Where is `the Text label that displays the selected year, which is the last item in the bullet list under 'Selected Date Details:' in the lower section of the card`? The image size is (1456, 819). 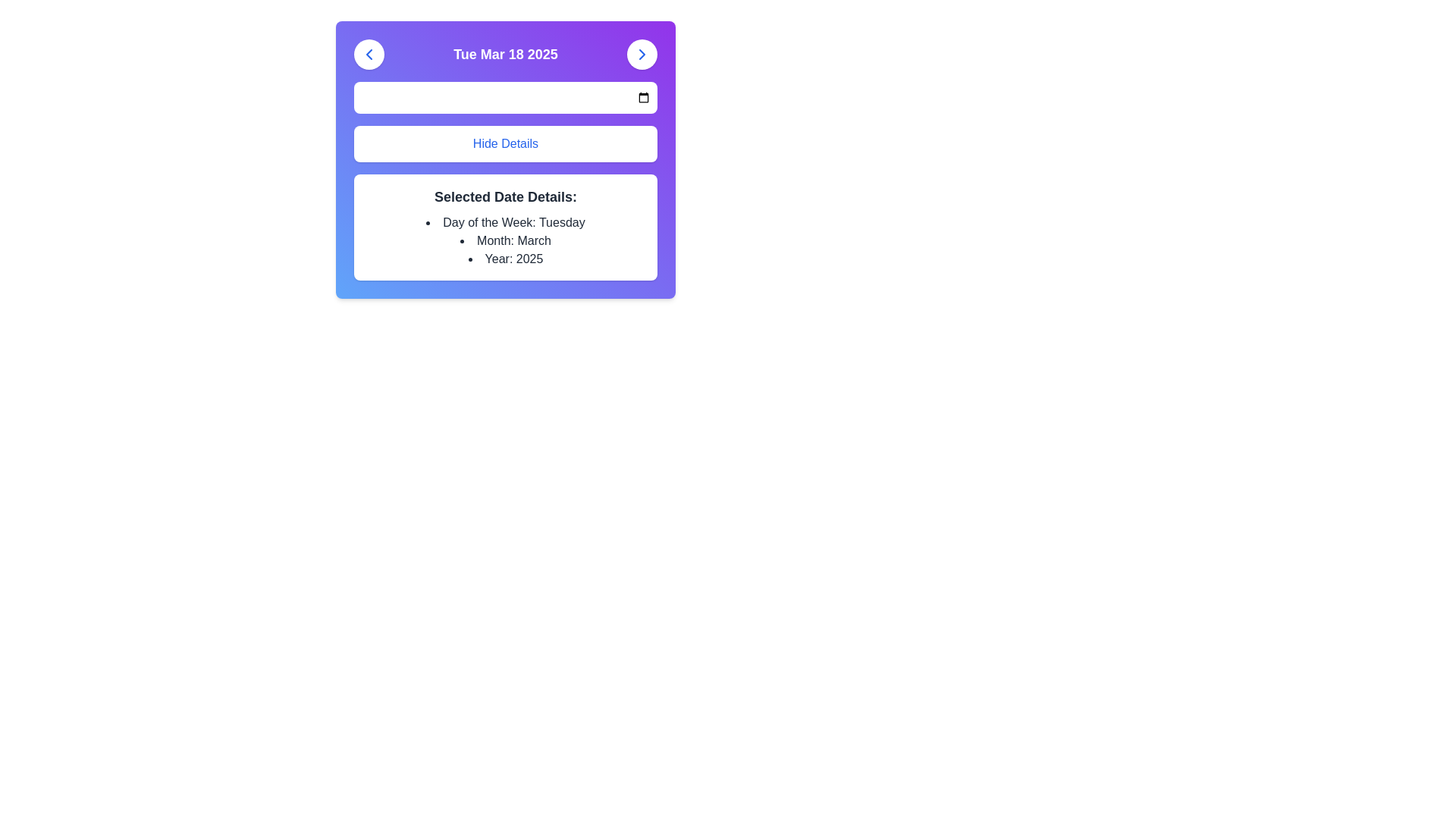 the Text label that displays the selected year, which is the last item in the bullet list under 'Selected Date Details:' in the lower section of the card is located at coordinates (506, 259).